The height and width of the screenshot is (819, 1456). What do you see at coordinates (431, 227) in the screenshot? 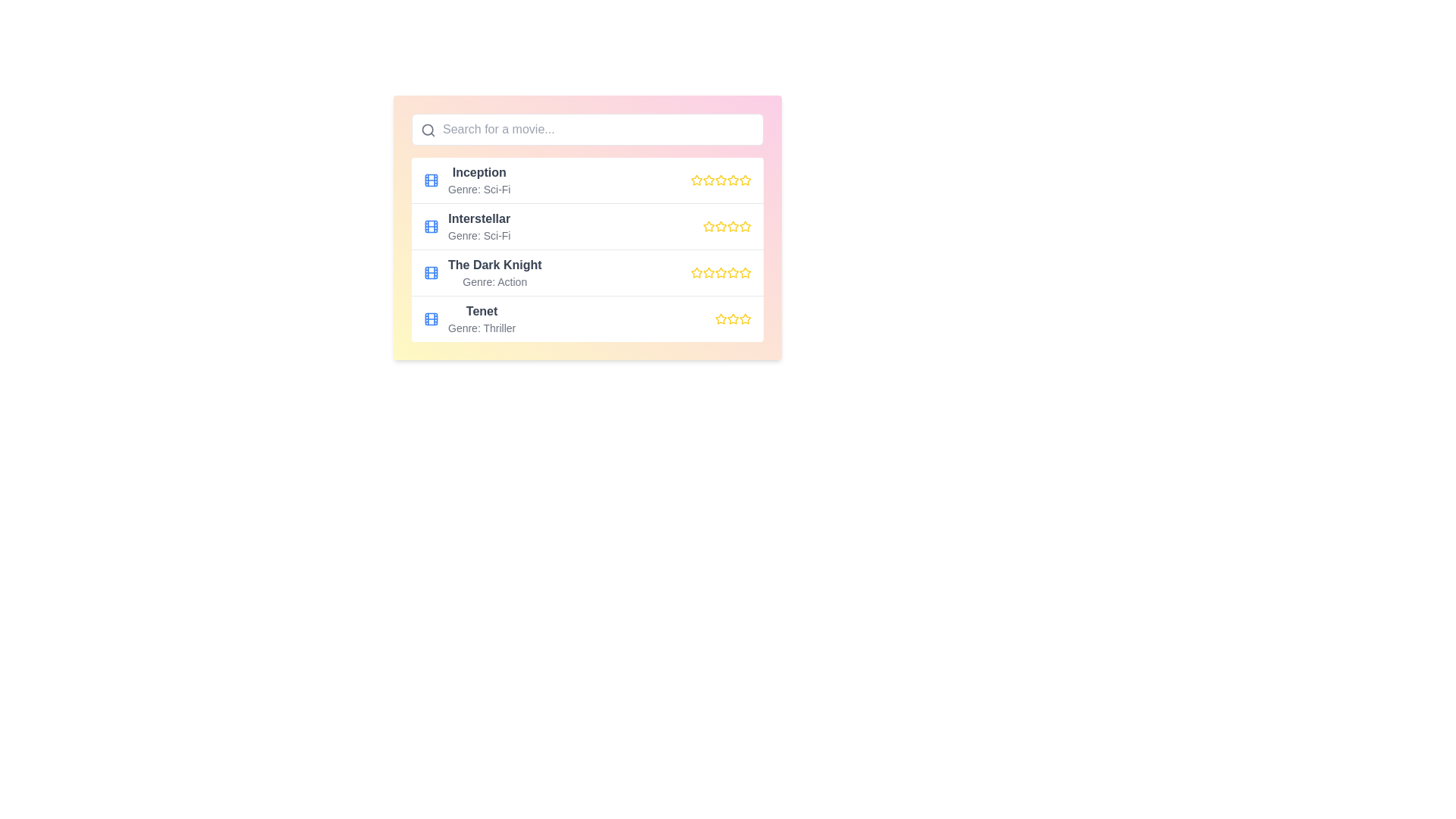
I see `the vibrant blue film reel icon located to the left of the 'Interstellar' movie entry, which precedes the text 'Interstellar' and the subtitle 'Genre: Sci-Fi'` at bounding box center [431, 227].